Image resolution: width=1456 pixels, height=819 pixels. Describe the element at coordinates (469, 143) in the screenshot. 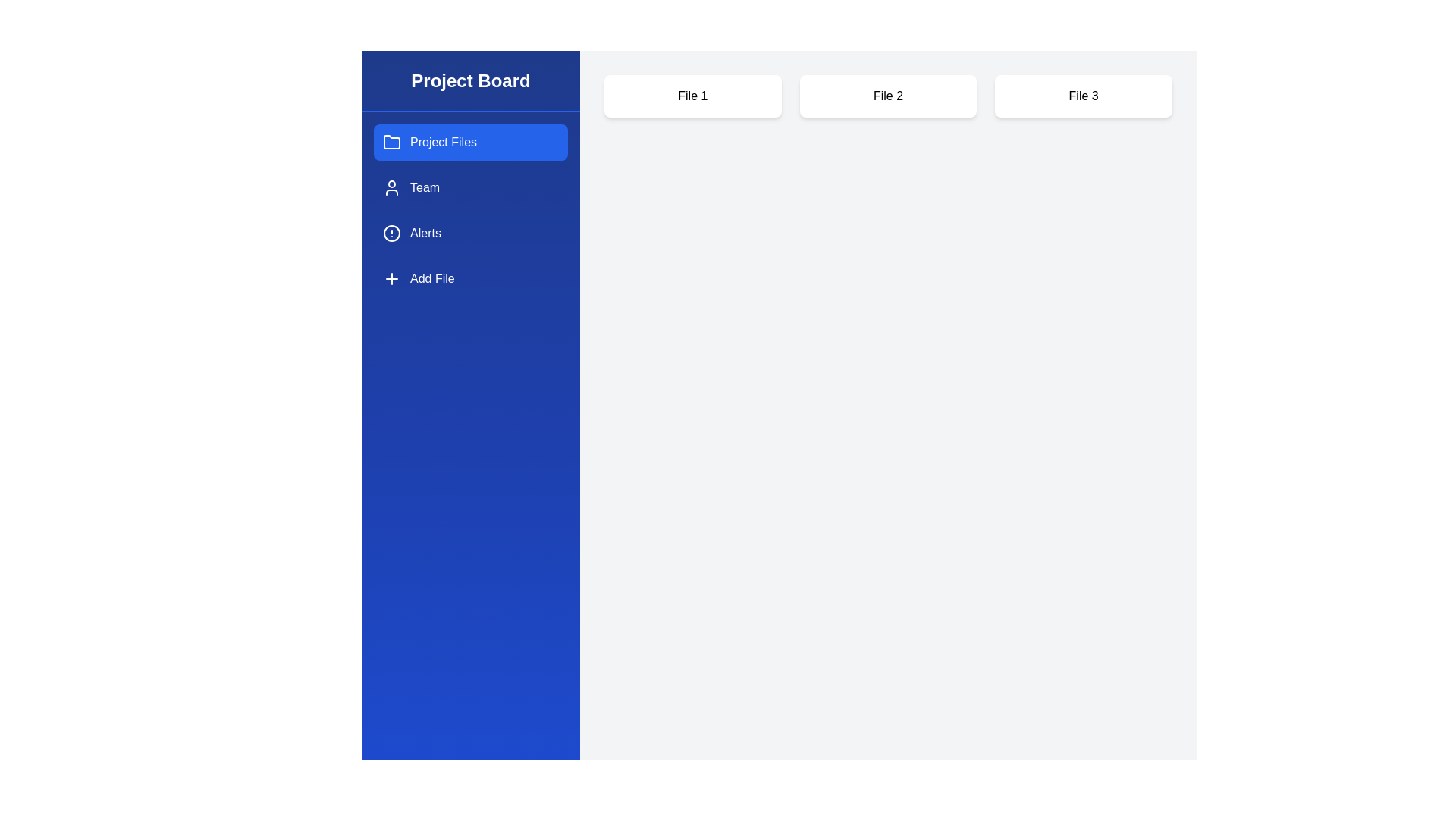

I see `the 'Project Files' navigation button located at the top of the vertical navigation menu` at that location.